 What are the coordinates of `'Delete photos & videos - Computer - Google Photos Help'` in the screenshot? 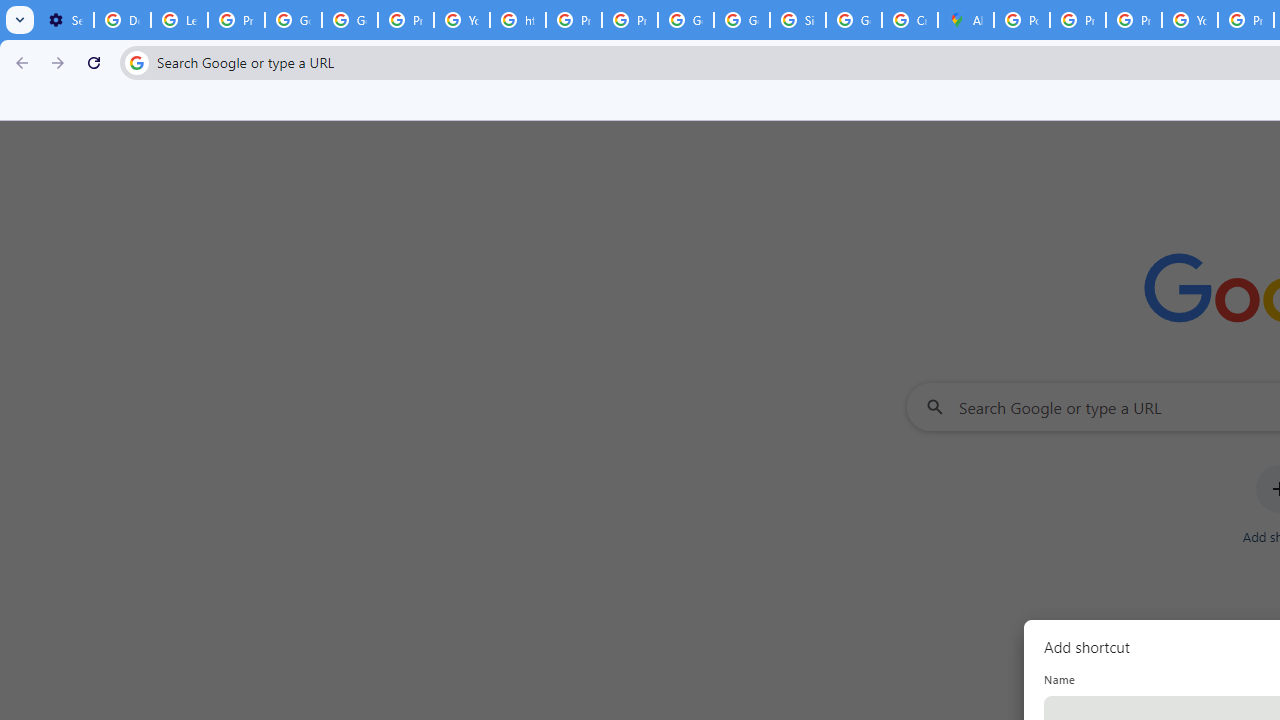 It's located at (121, 20).